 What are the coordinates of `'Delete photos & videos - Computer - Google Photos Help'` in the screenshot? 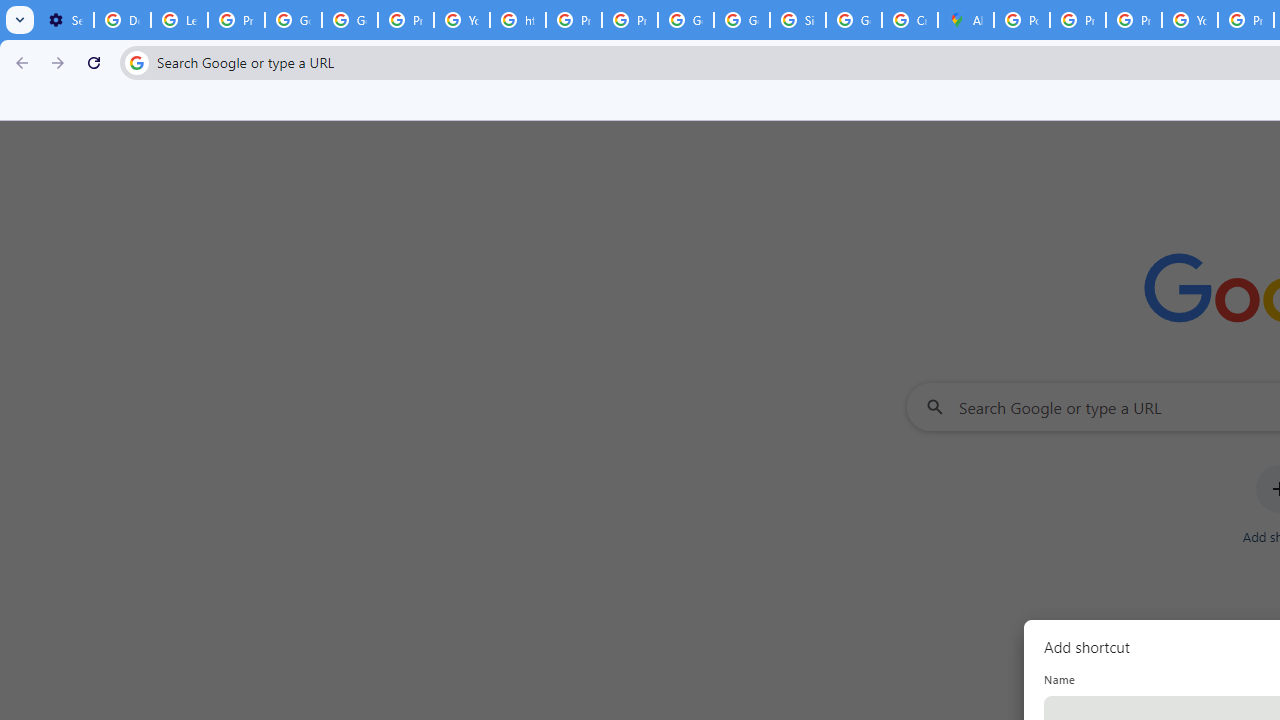 It's located at (121, 20).